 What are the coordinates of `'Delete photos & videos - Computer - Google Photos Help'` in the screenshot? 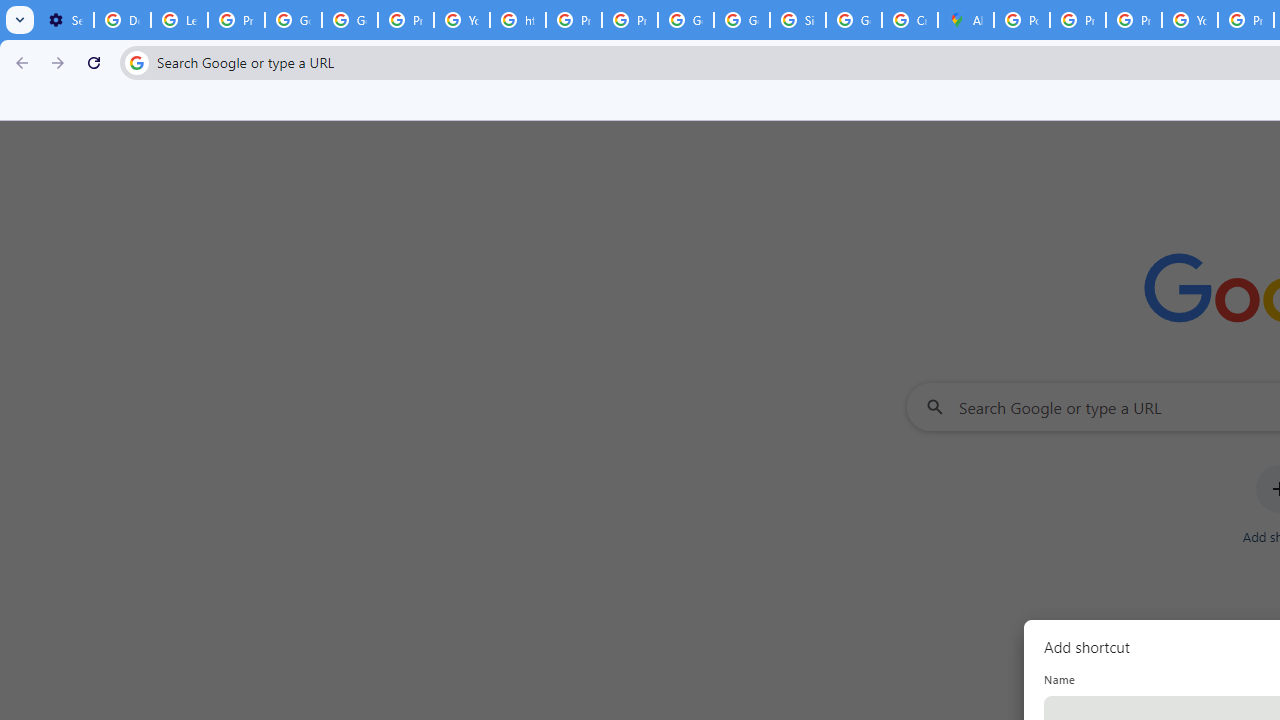 It's located at (121, 20).